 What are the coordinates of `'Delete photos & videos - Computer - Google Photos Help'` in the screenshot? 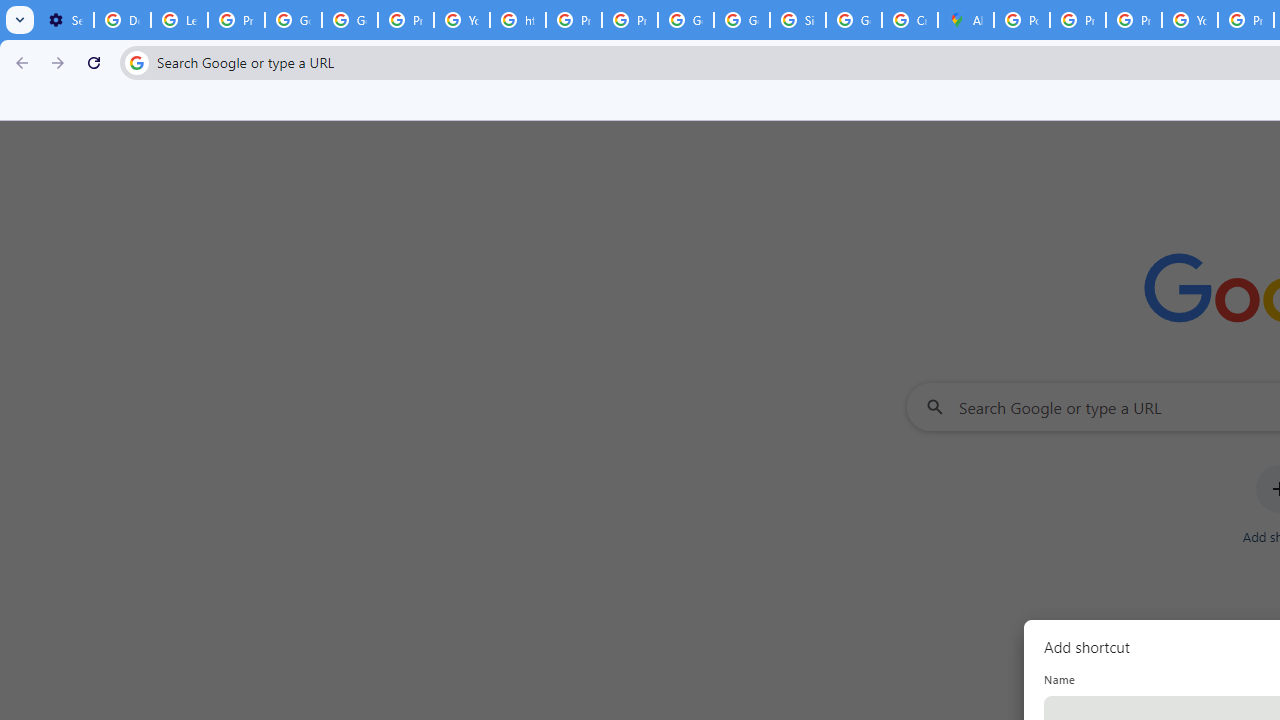 It's located at (121, 20).